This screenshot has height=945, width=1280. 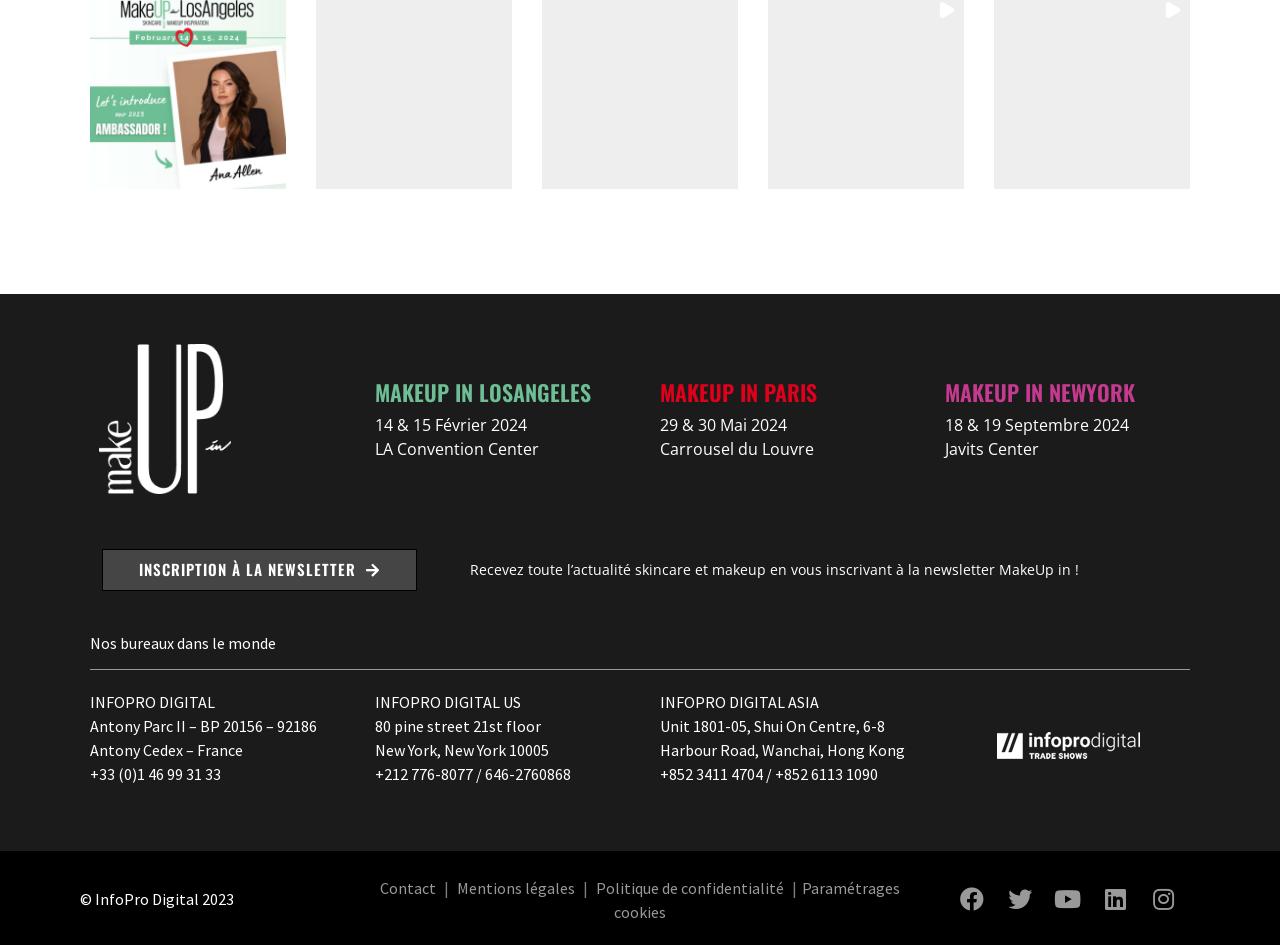 What do you see at coordinates (471, 772) in the screenshot?
I see `'+212 776-8077 / 646-2760868'` at bounding box center [471, 772].